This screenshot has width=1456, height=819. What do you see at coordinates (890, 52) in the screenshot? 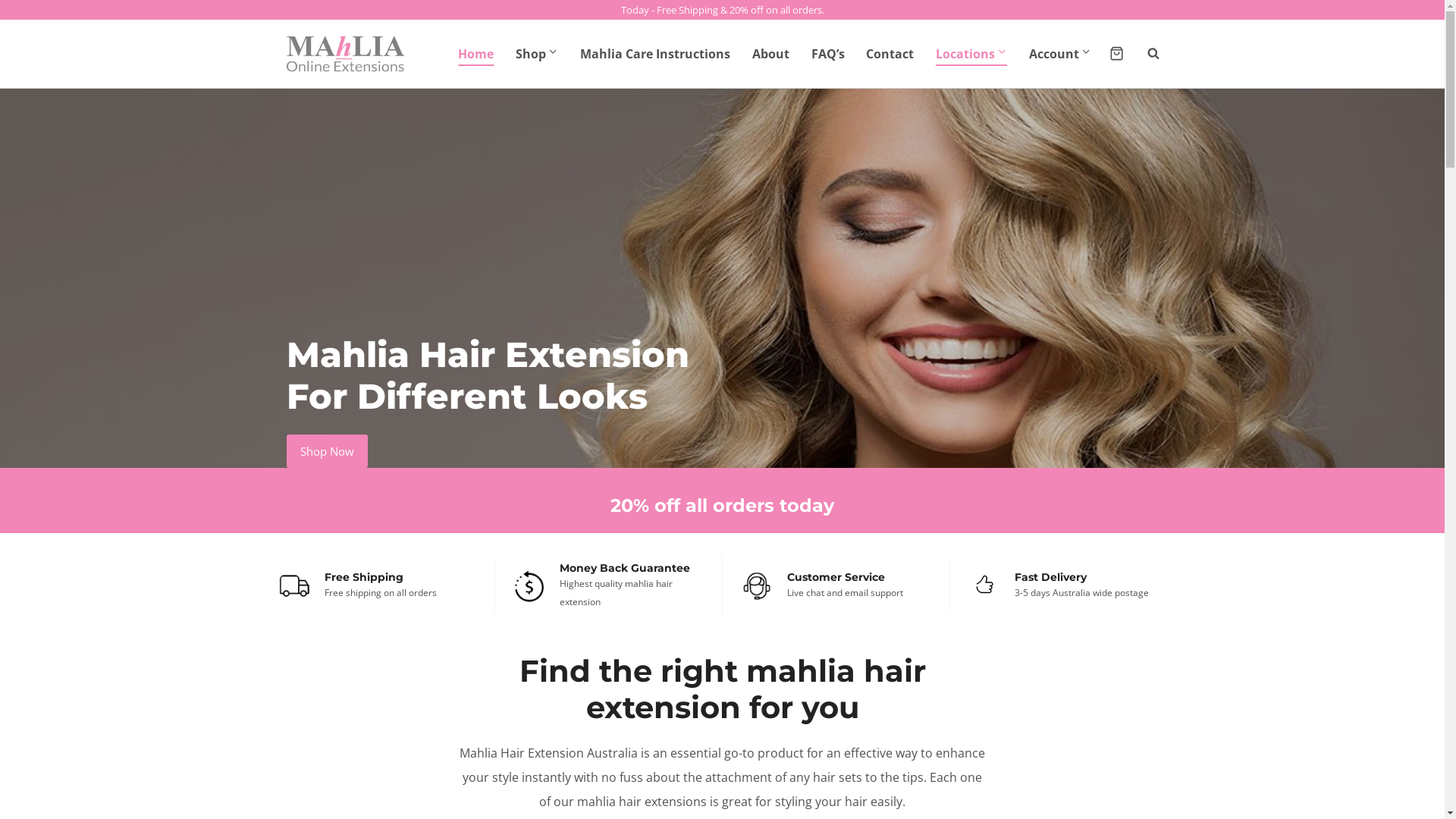
I see `'Contact'` at bounding box center [890, 52].